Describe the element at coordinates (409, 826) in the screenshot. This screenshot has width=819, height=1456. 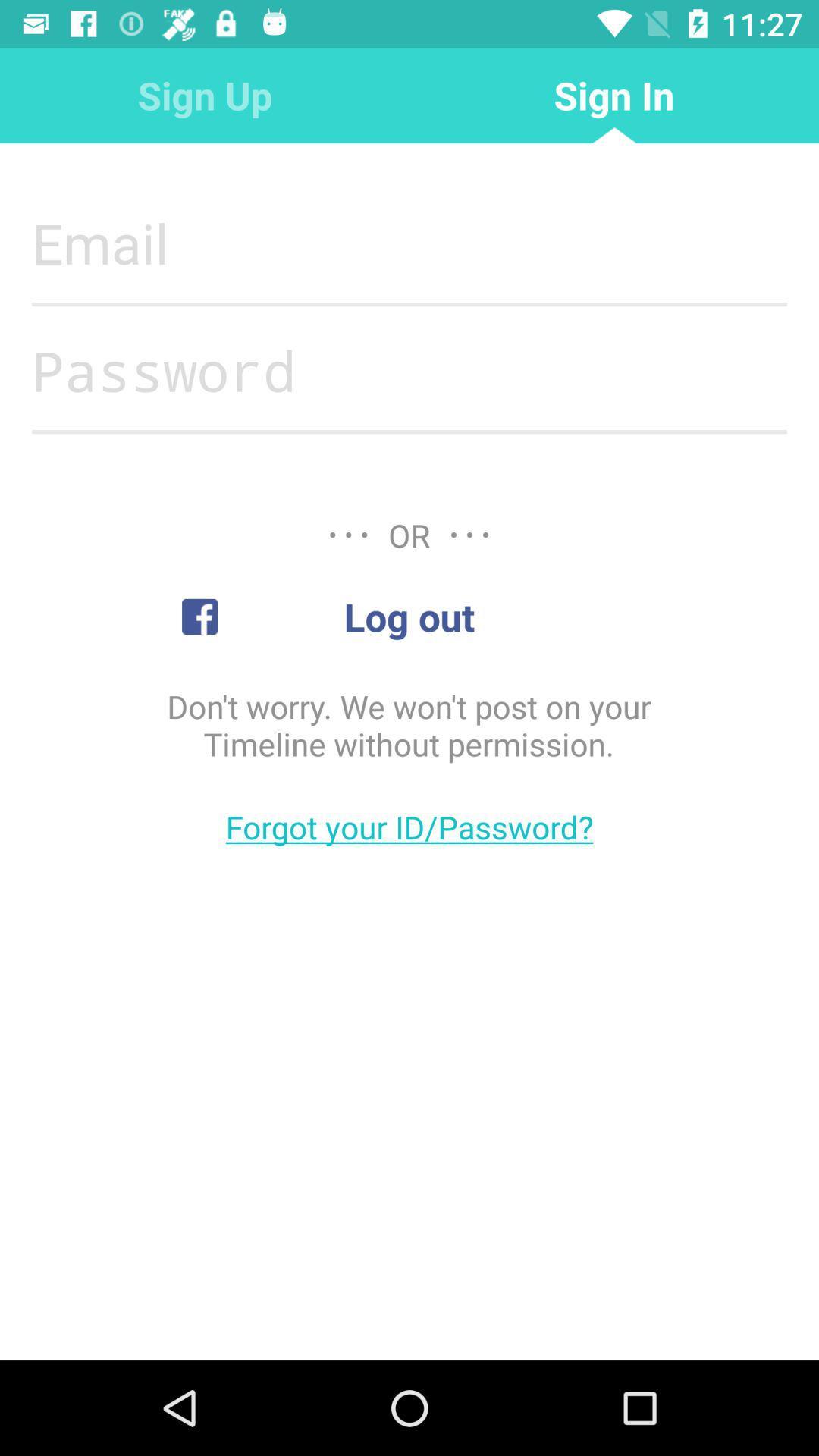
I see `the item below don t worry` at that location.